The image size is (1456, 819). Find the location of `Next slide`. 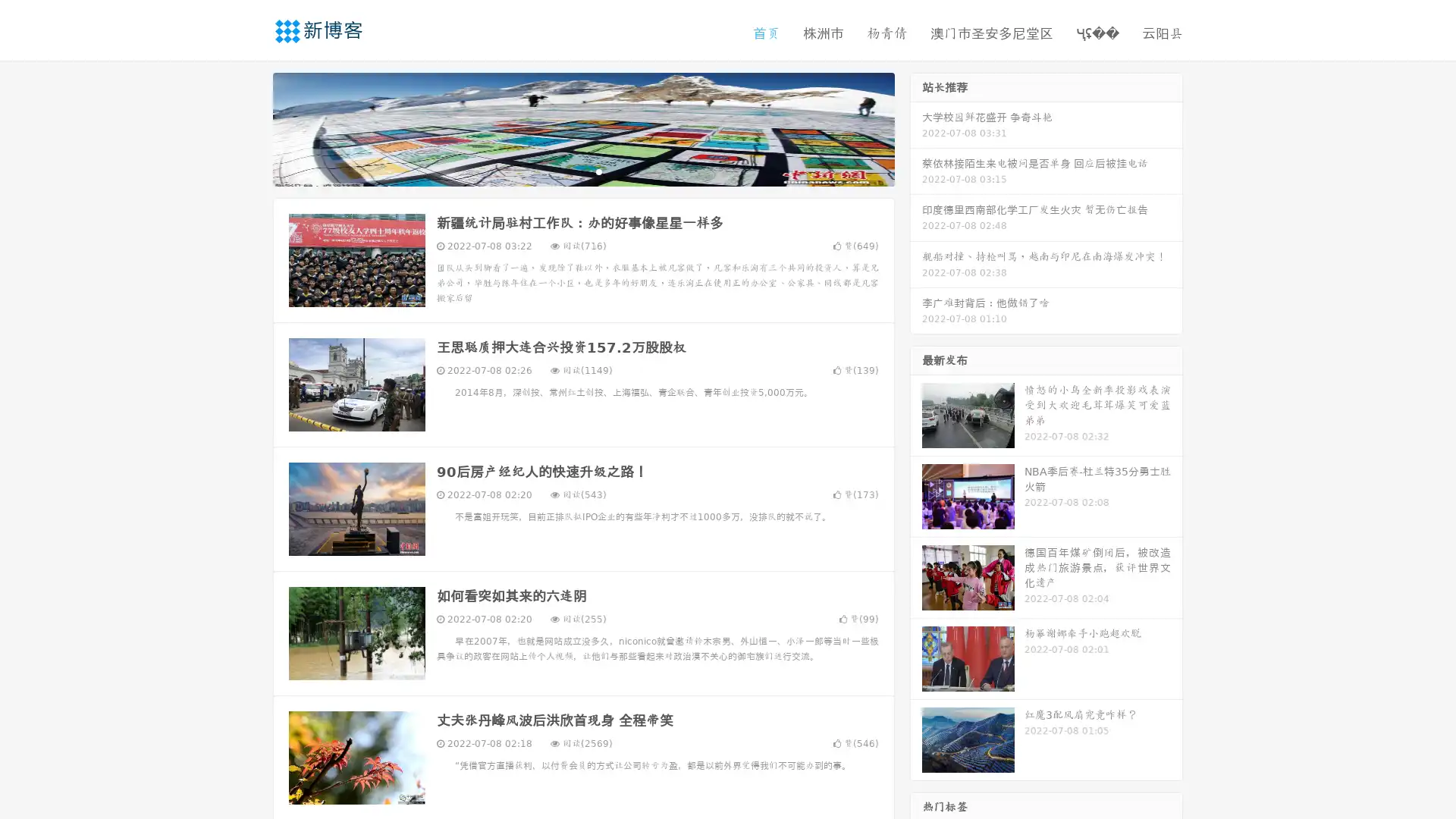

Next slide is located at coordinates (916, 127).